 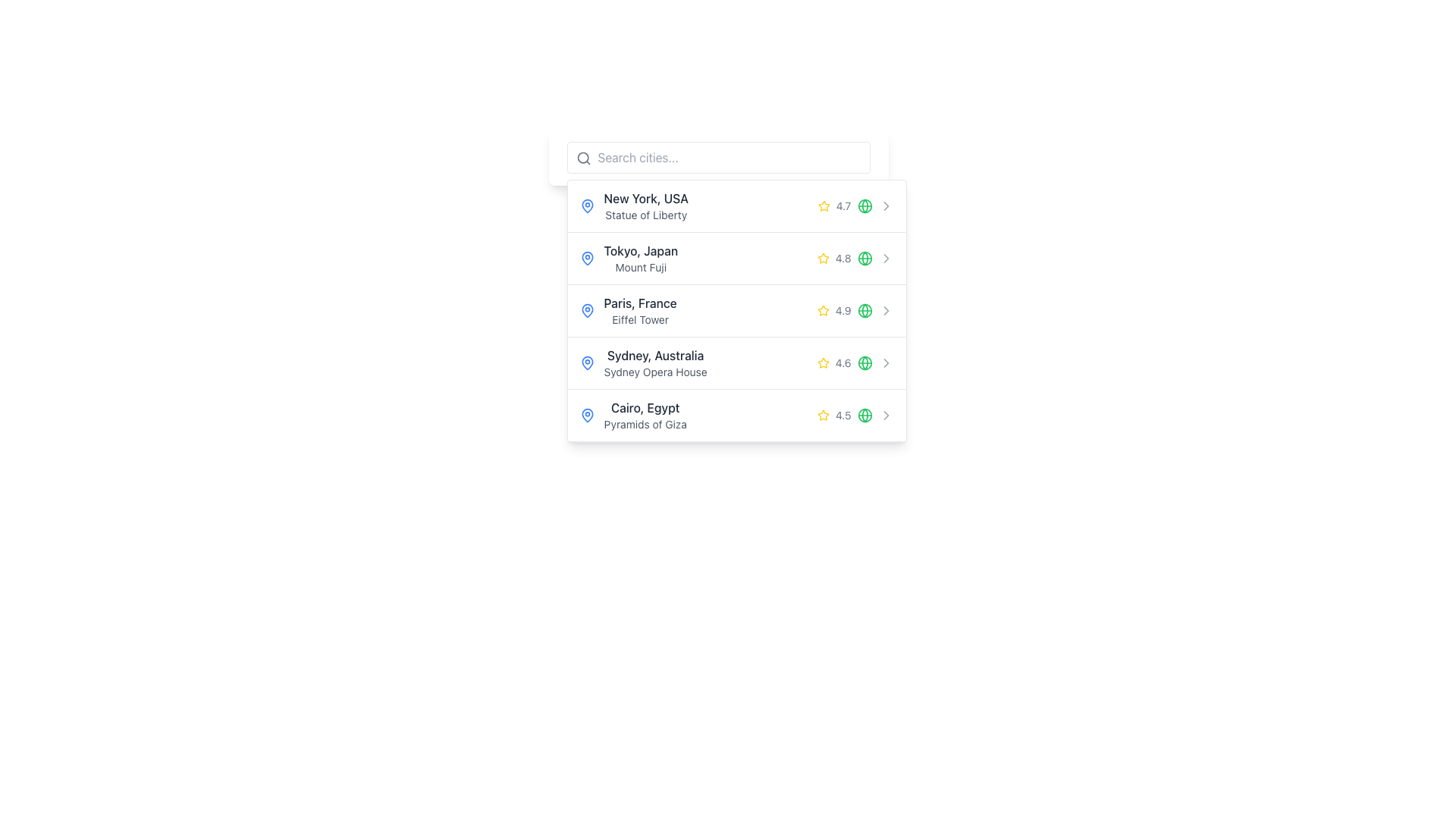 I want to click on the decorative globe icon located to the right of the 'New York, USA' list item in the suggestions dropdown, so click(x=864, y=206).